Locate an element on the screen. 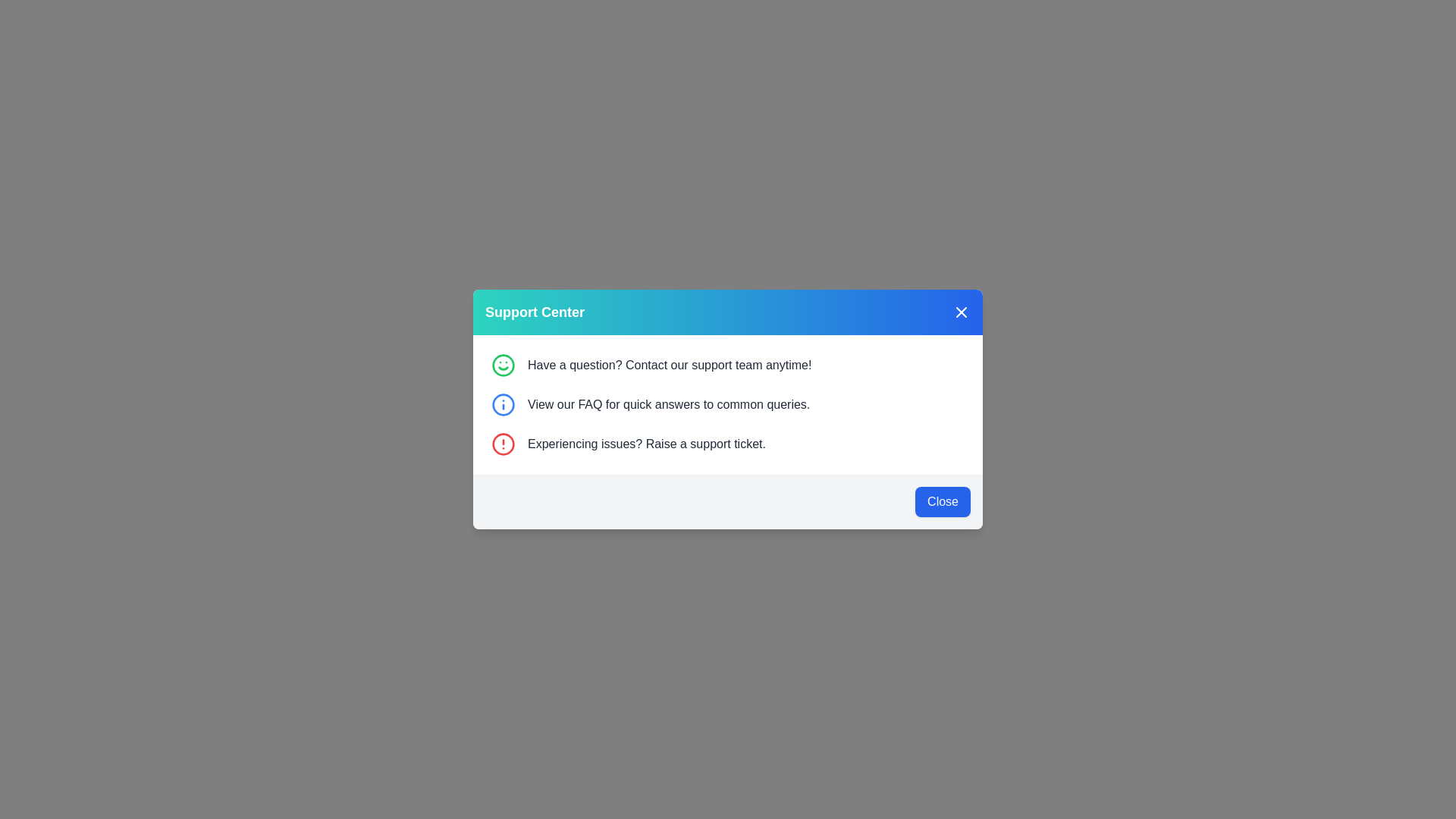 The image size is (1456, 819). the green circular graphic icon located in the center of the green smiley face icon within the 'Support Center' modal dialog is located at coordinates (503, 366).